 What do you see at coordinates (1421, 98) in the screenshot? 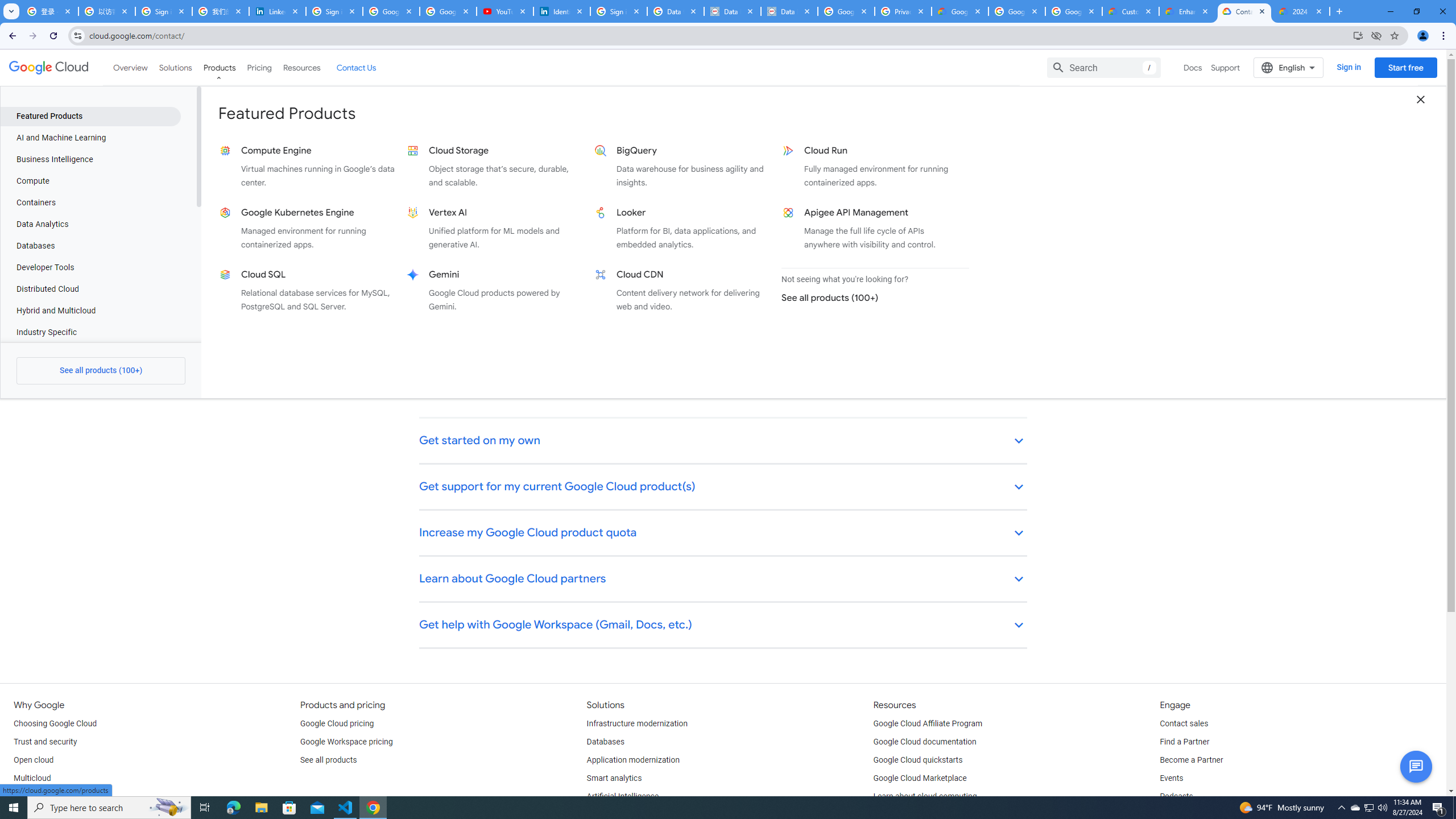
I see `'Close dropdown menu'` at bounding box center [1421, 98].